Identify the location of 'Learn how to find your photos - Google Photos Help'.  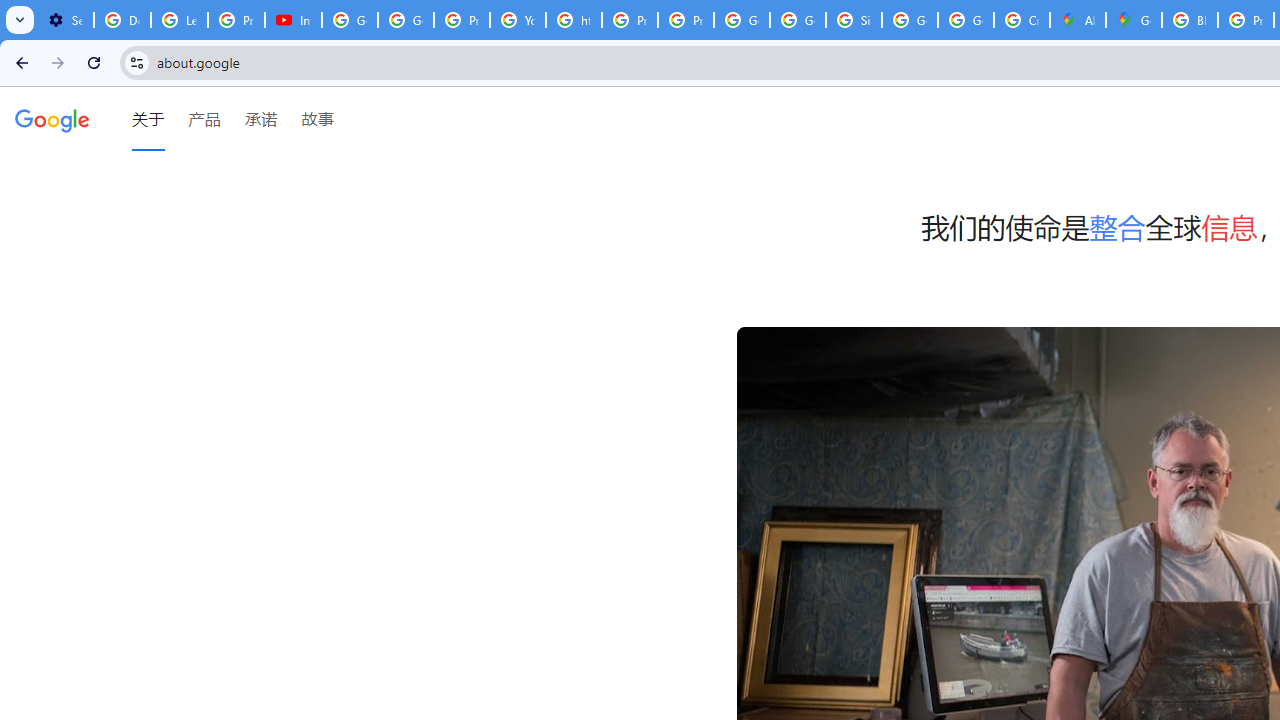
(179, 20).